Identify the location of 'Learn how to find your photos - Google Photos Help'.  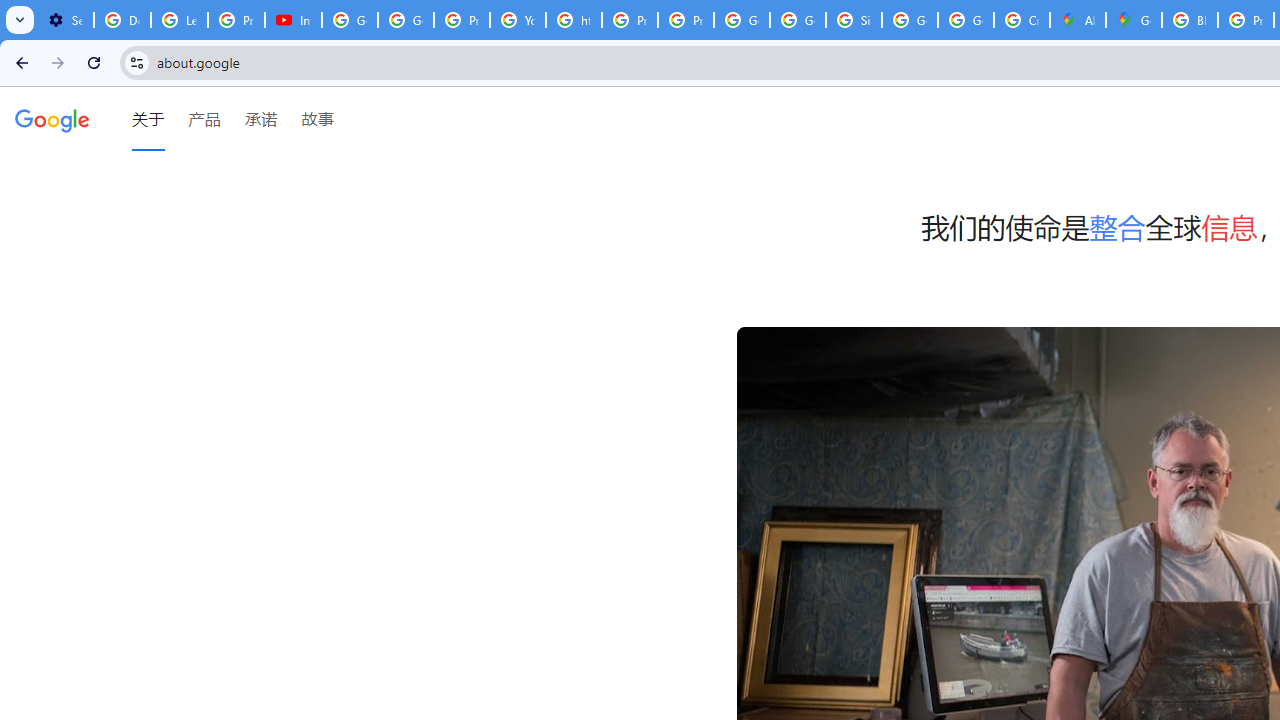
(179, 20).